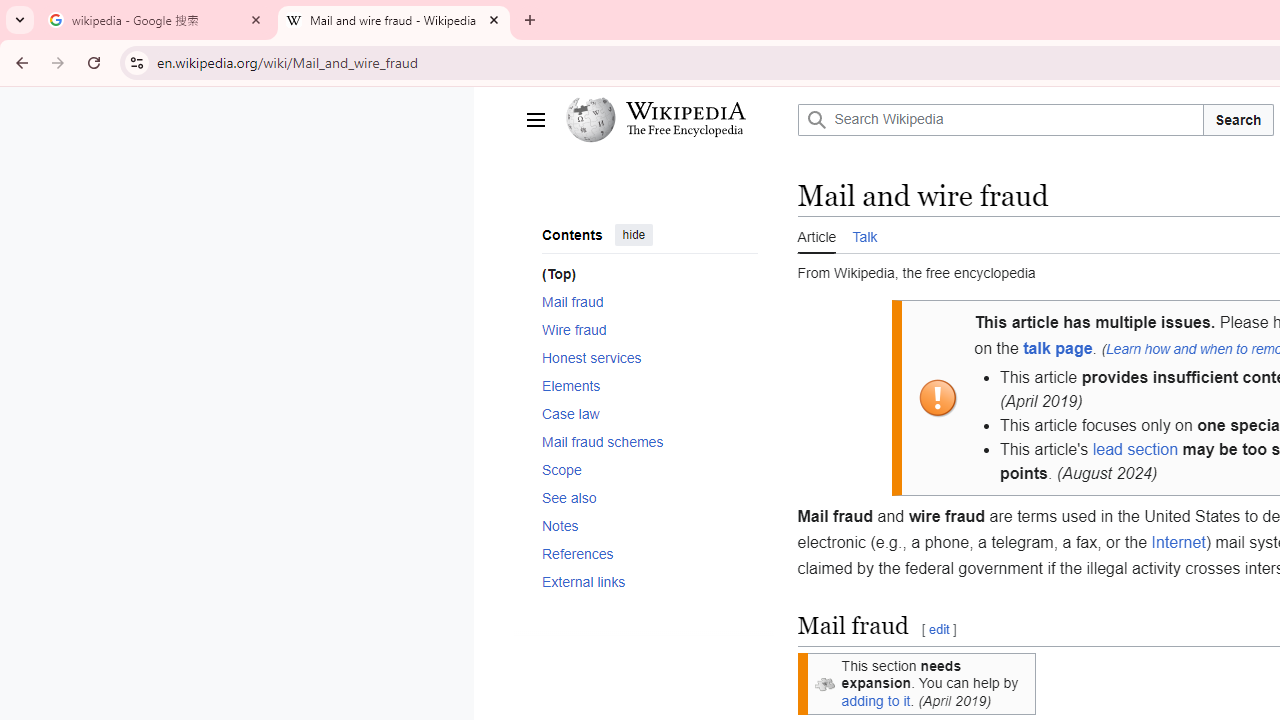 This screenshot has width=1280, height=720. I want to click on 'AutomationID: toc-Wire_fraud', so click(643, 328).